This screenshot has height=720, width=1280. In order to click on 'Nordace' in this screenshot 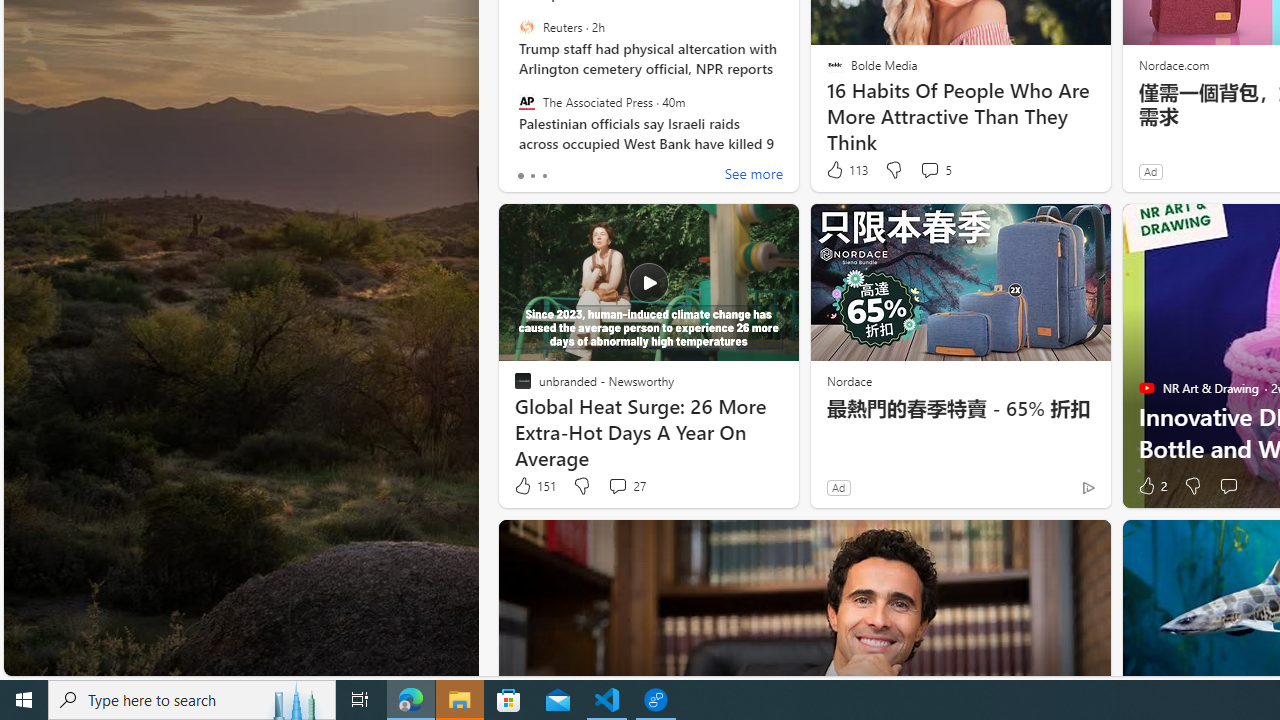, I will do `click(848, 380)`.